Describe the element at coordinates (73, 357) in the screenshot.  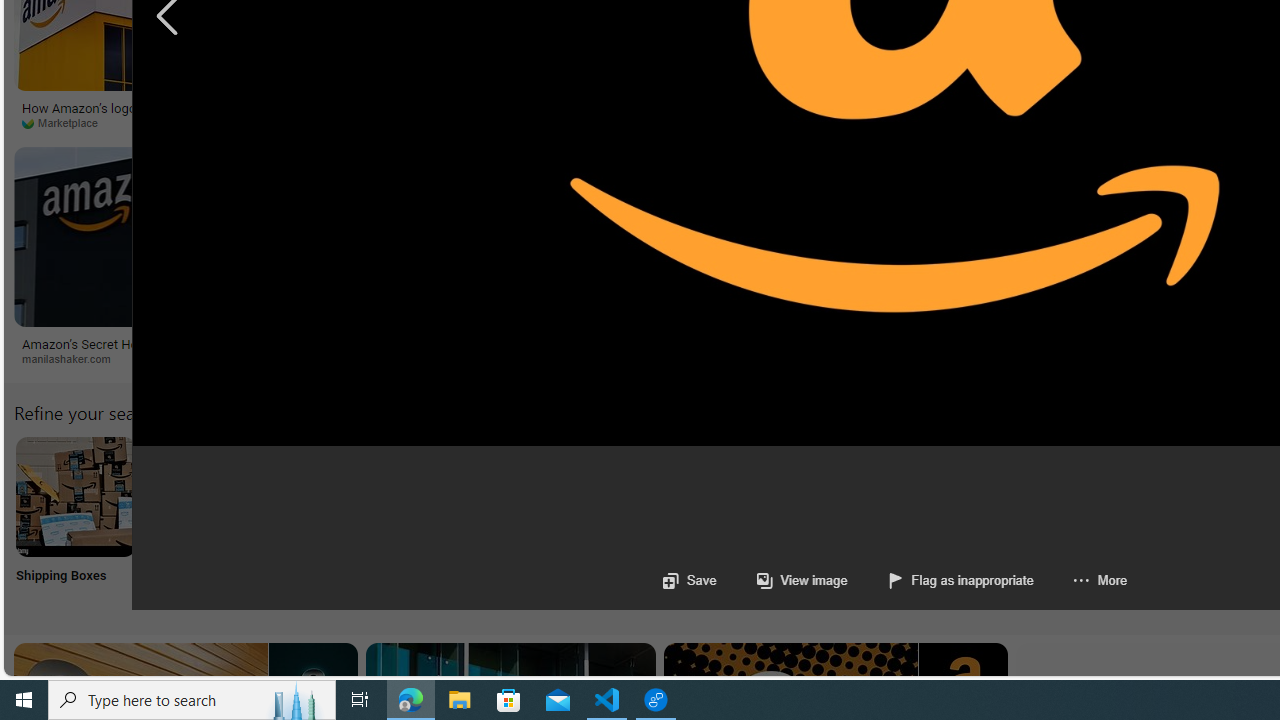
I see `'manilashaker.com'` at that location.